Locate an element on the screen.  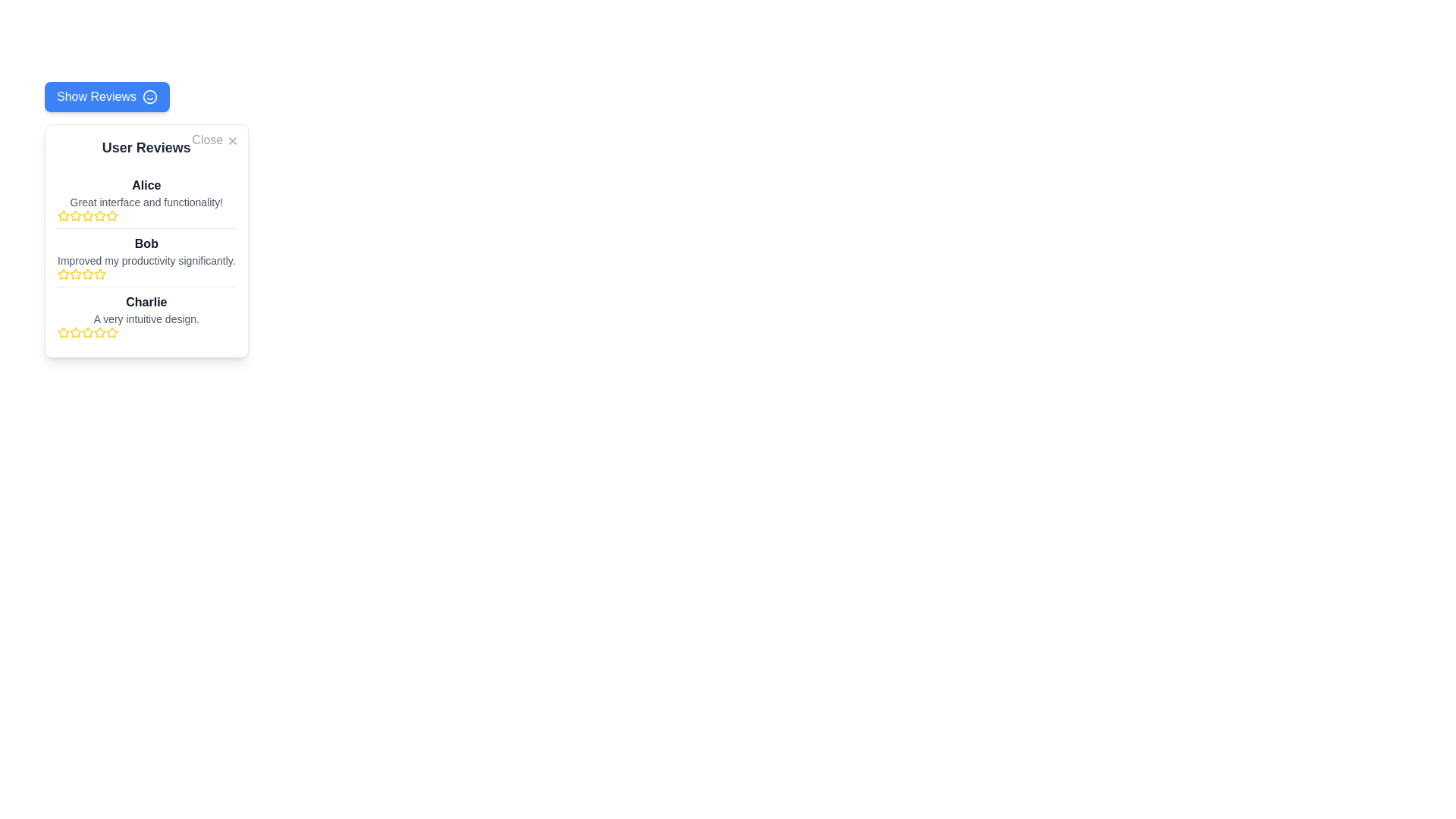
the button that toggles the visibility of the reviews section to trigger hover effects is located at coordinates (106, 96).